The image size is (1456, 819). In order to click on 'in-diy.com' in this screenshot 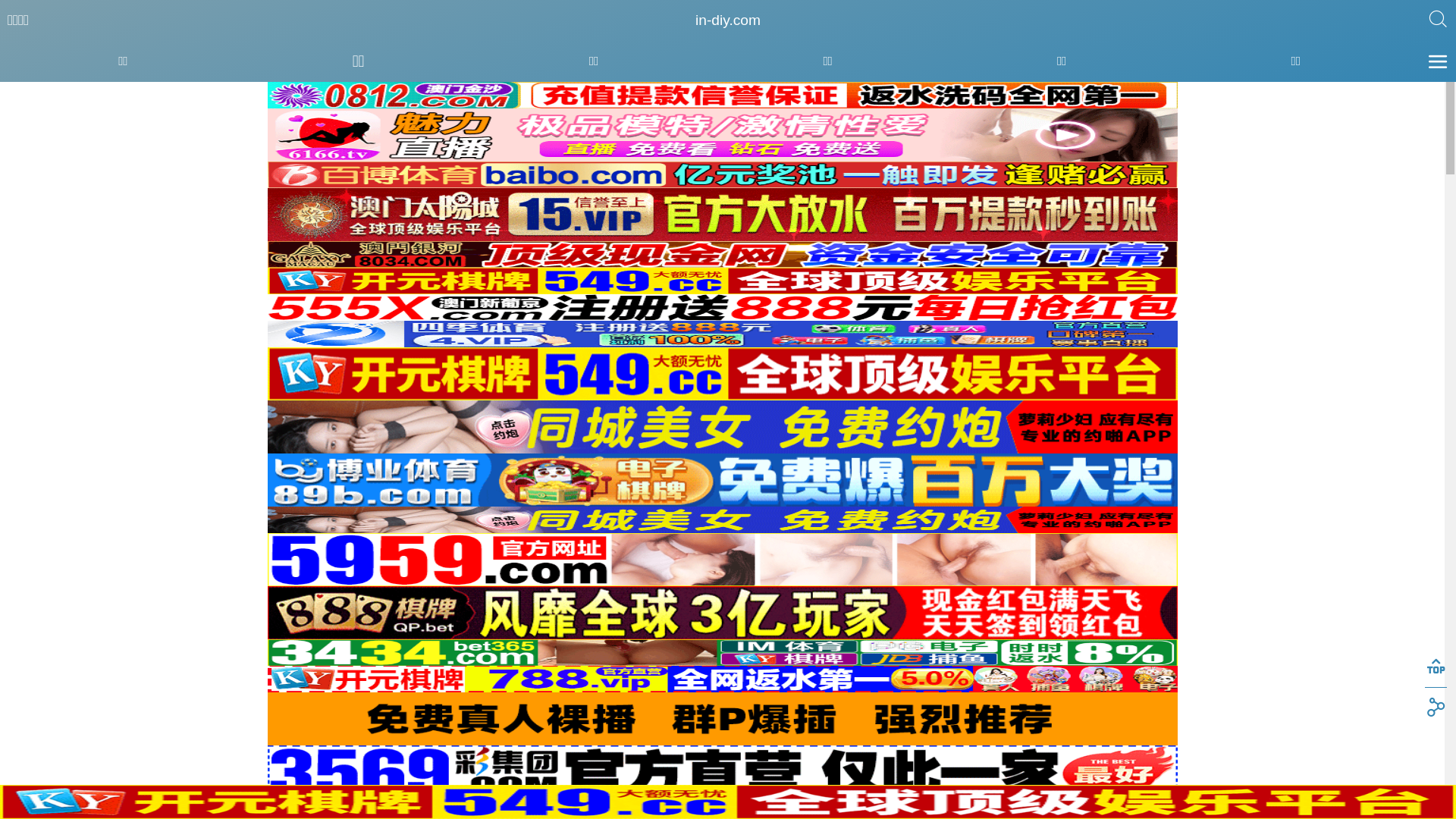, I will do `click(728, 20)`.